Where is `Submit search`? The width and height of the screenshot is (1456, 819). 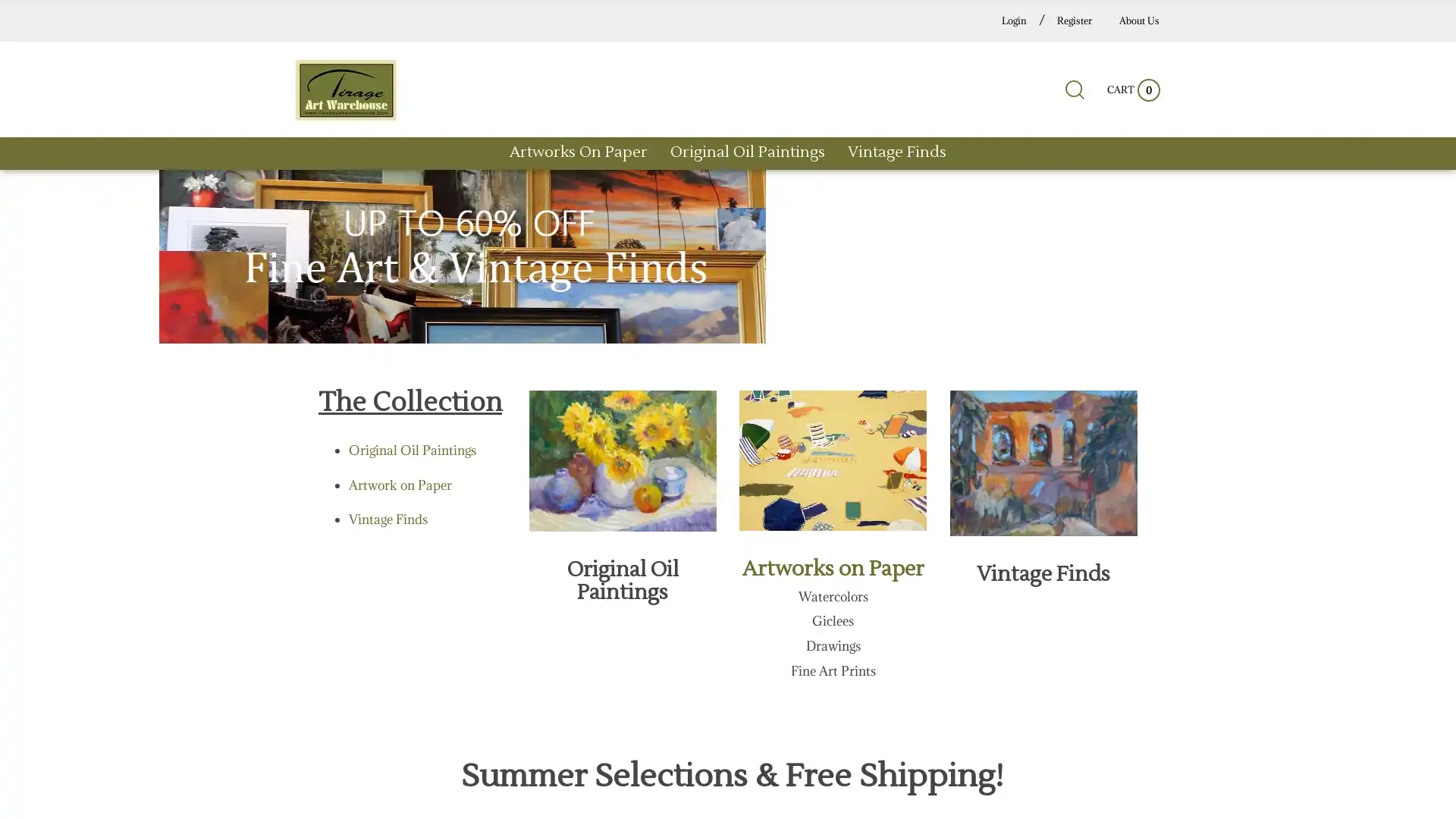
Submit search is located at coordinates (1008, 96).